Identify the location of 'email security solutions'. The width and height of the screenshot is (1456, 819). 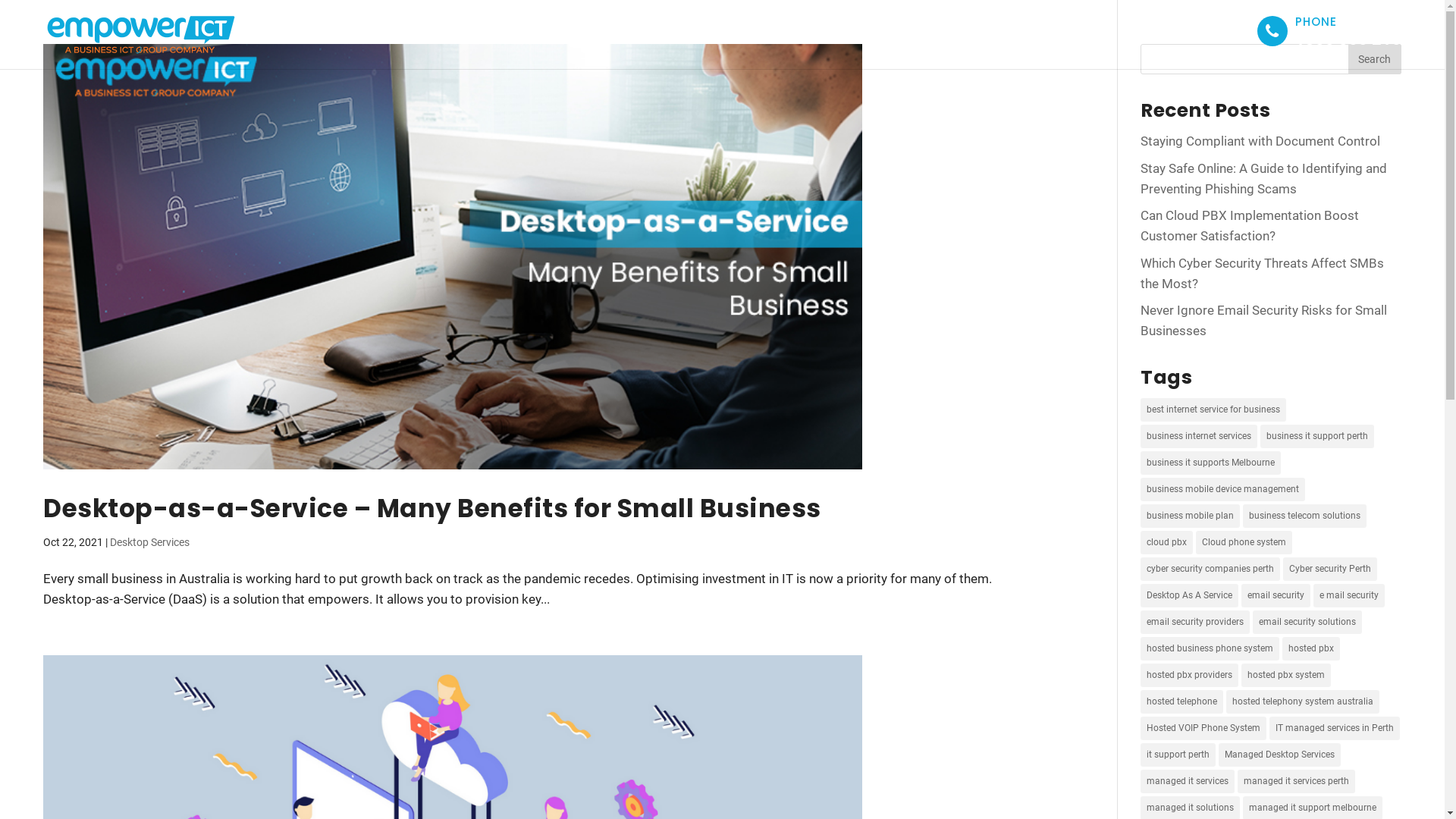
(1306, 622).